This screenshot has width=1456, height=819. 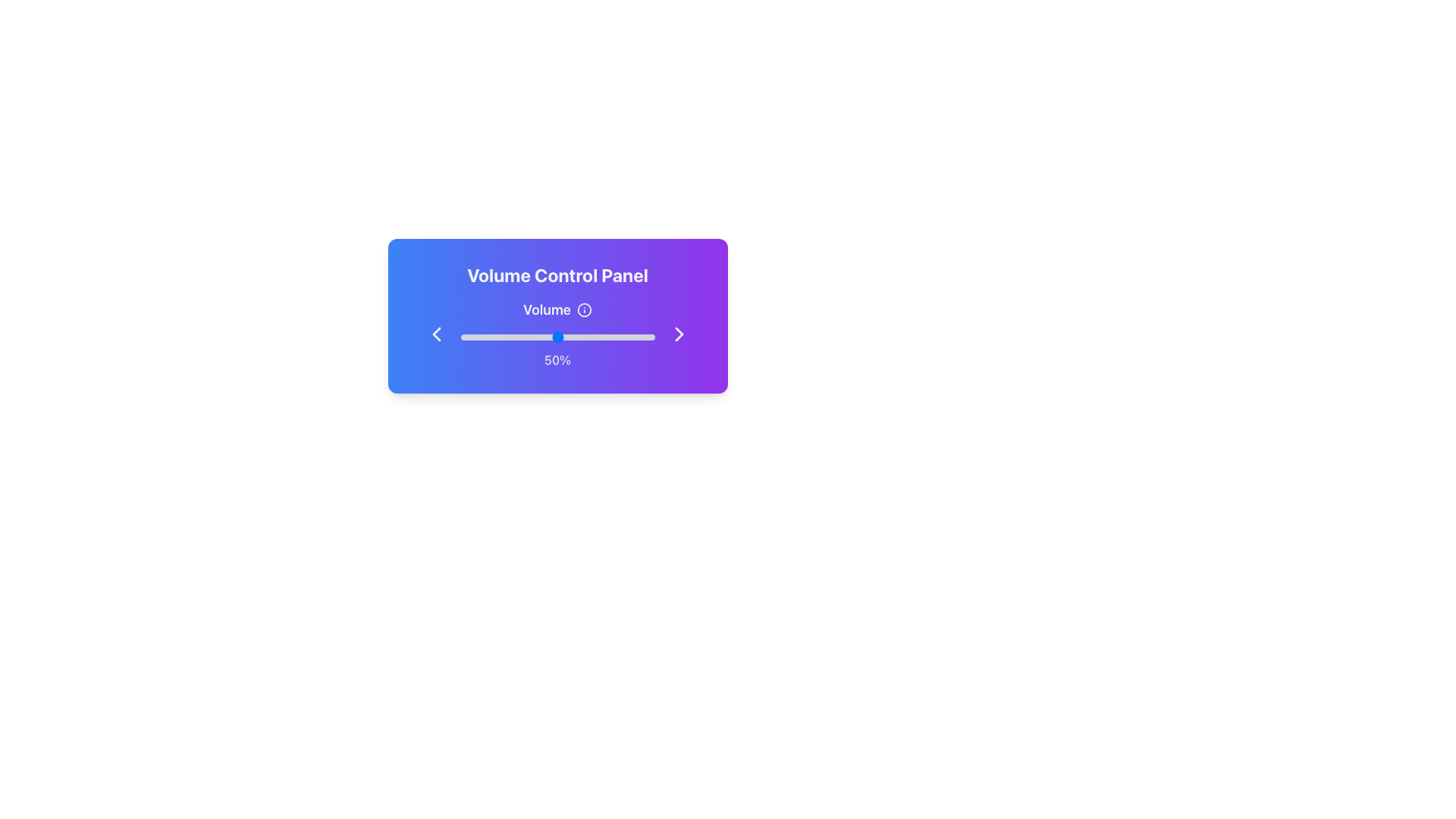 I want to click on the volume level, so click(x=499, y=336).